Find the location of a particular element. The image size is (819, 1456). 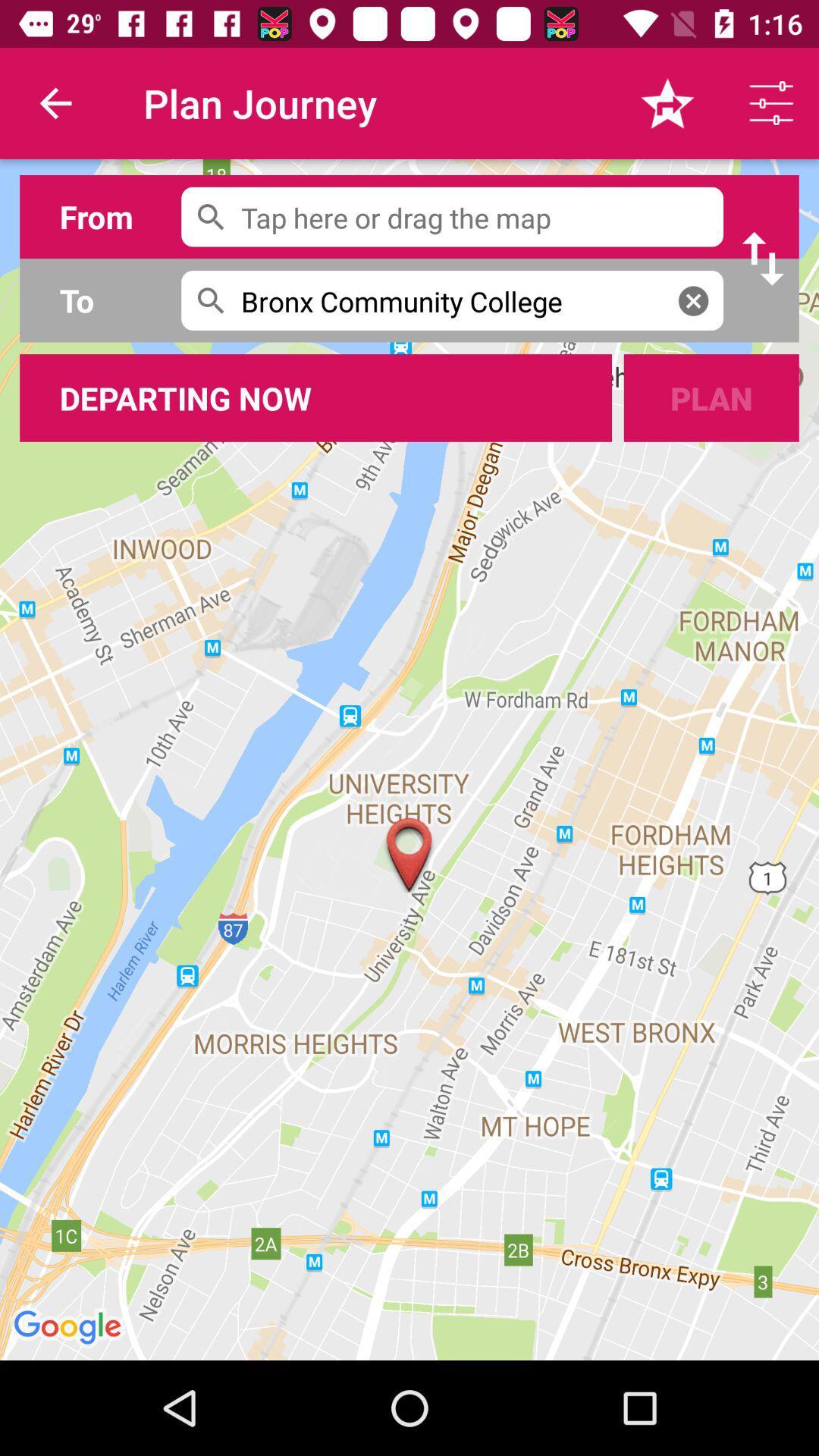

the compare icon is located at coordinates (763, 259).